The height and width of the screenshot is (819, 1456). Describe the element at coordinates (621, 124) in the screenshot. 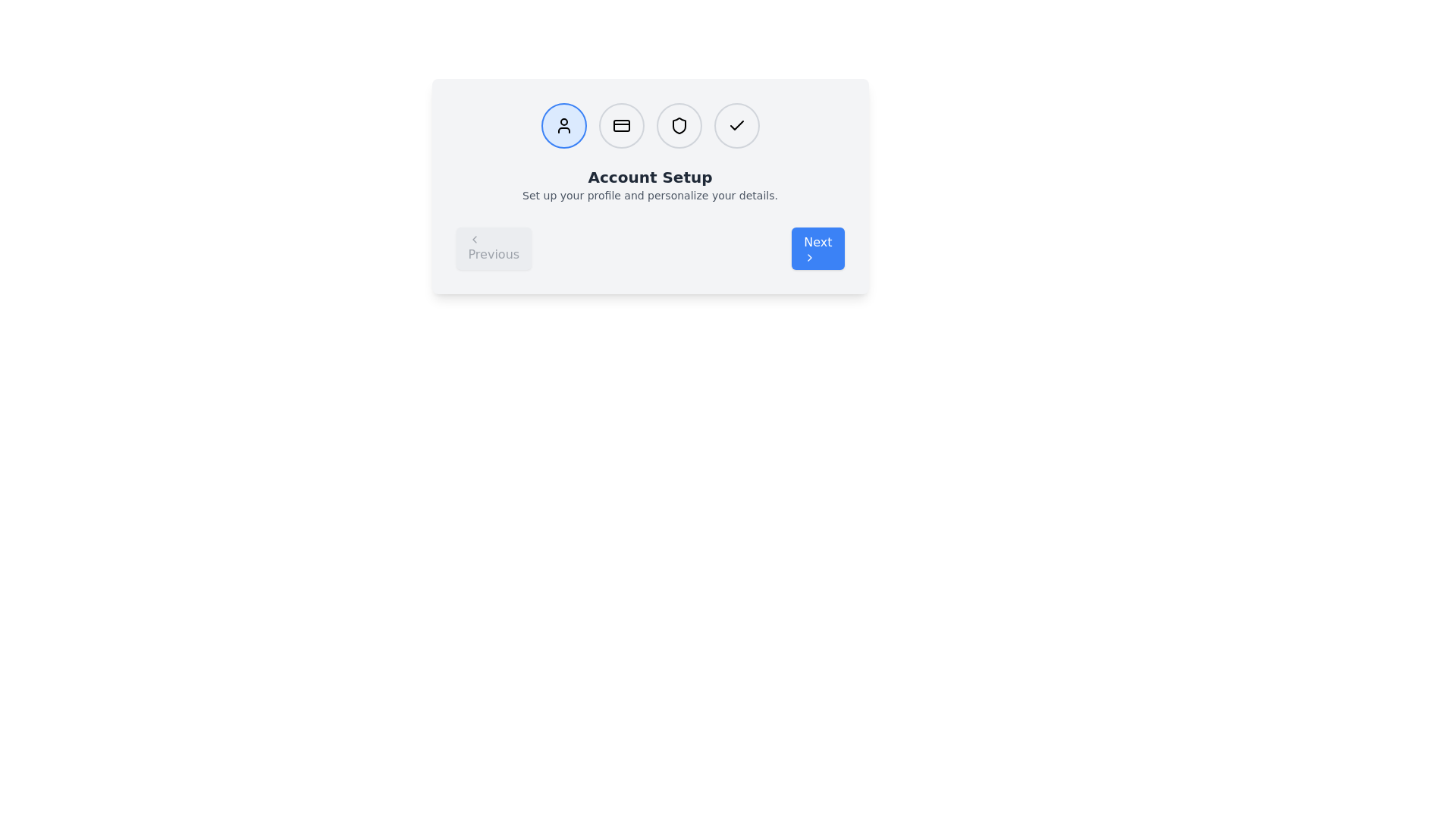

I see `the rectangular card icon element located within the second circular button from the left in a row of four buttons at the top of the interface` at that location.